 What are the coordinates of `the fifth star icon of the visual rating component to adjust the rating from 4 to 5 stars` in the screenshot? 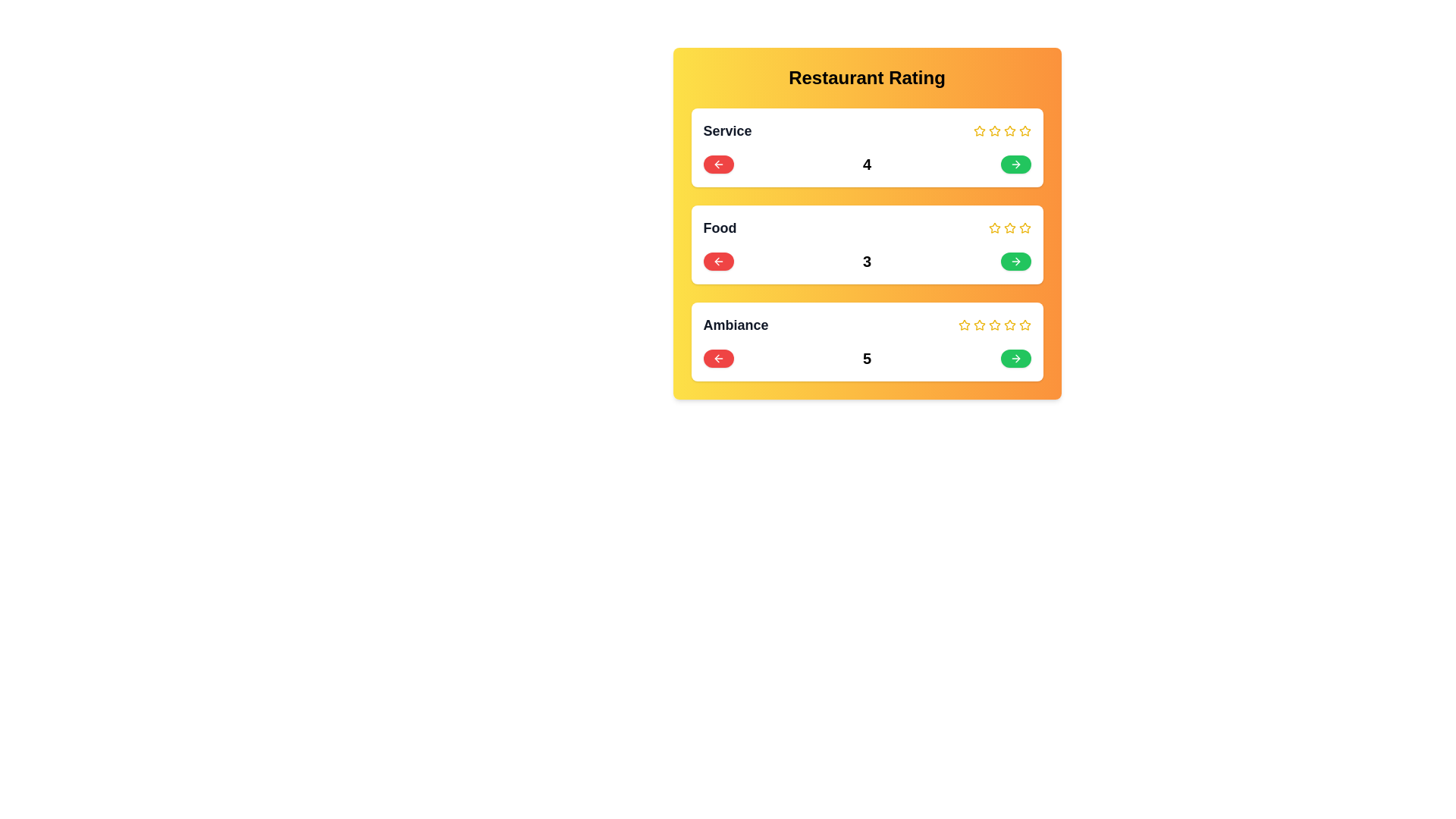 It's located at (1002, 130).